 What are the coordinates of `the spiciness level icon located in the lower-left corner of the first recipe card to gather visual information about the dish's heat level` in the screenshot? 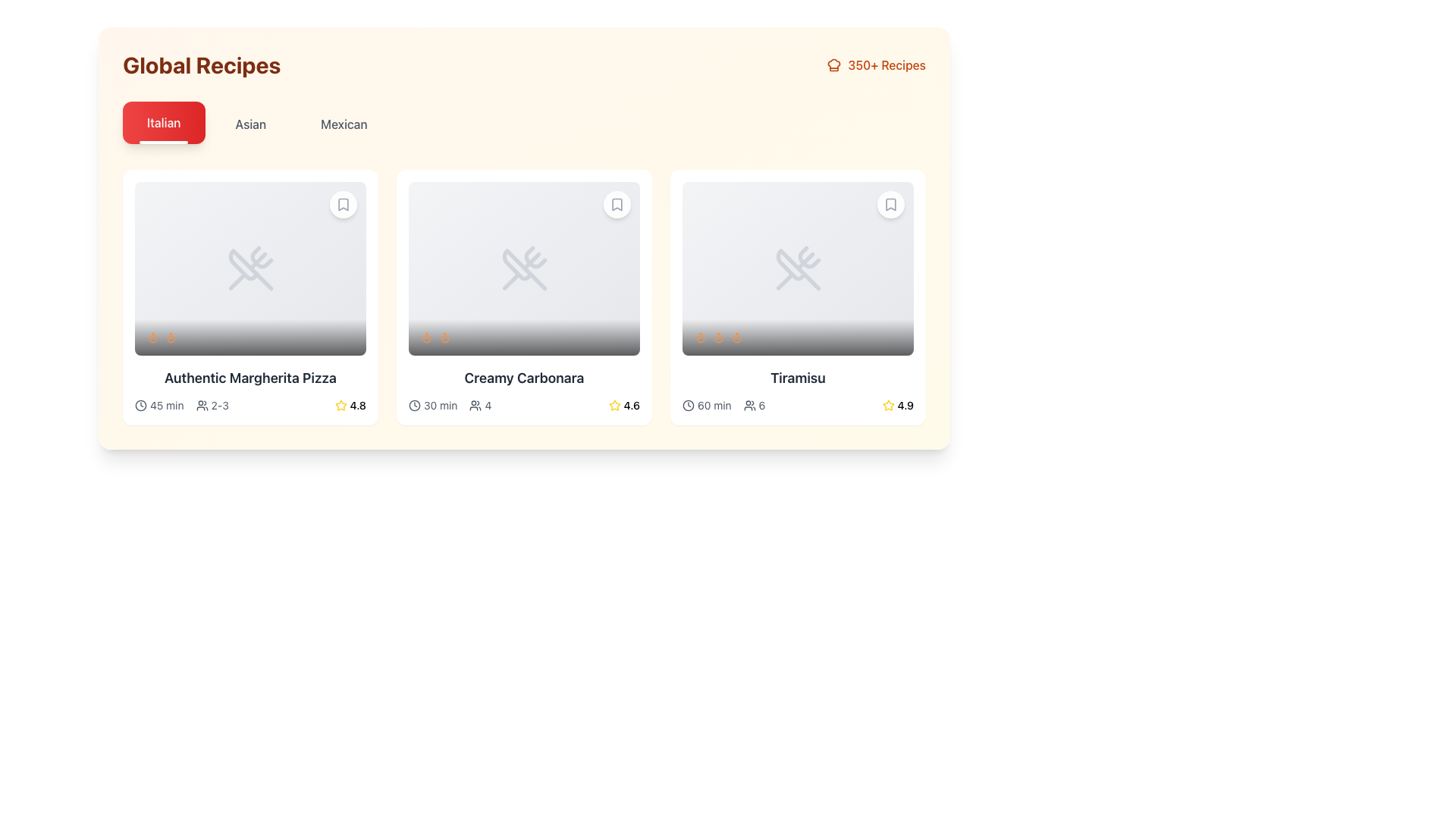 It's located at (152, 336).